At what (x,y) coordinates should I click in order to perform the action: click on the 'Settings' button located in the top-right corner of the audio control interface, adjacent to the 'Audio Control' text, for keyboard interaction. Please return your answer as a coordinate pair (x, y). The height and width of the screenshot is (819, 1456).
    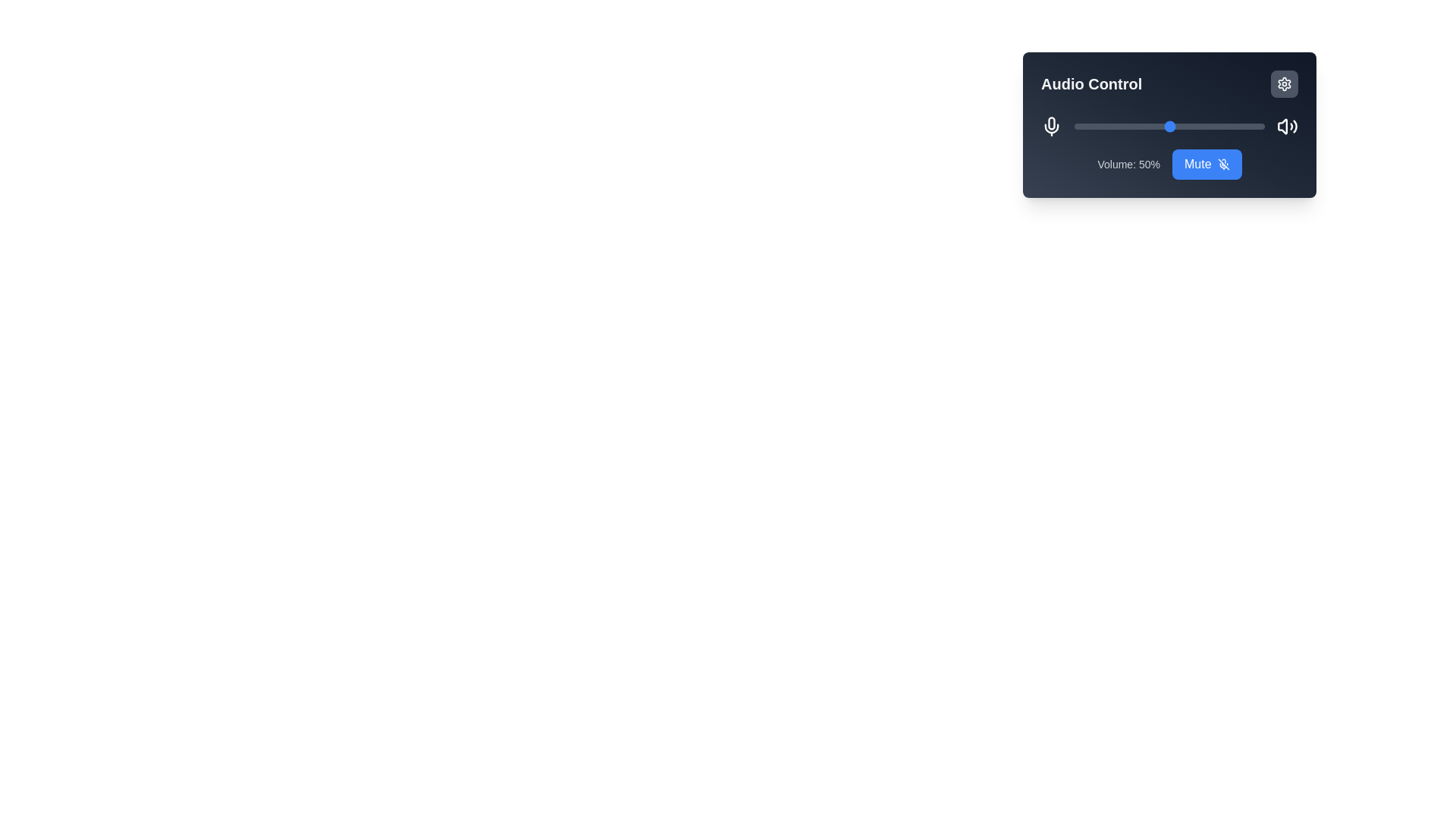
    Looking at the image, I should click on (1284, 84).